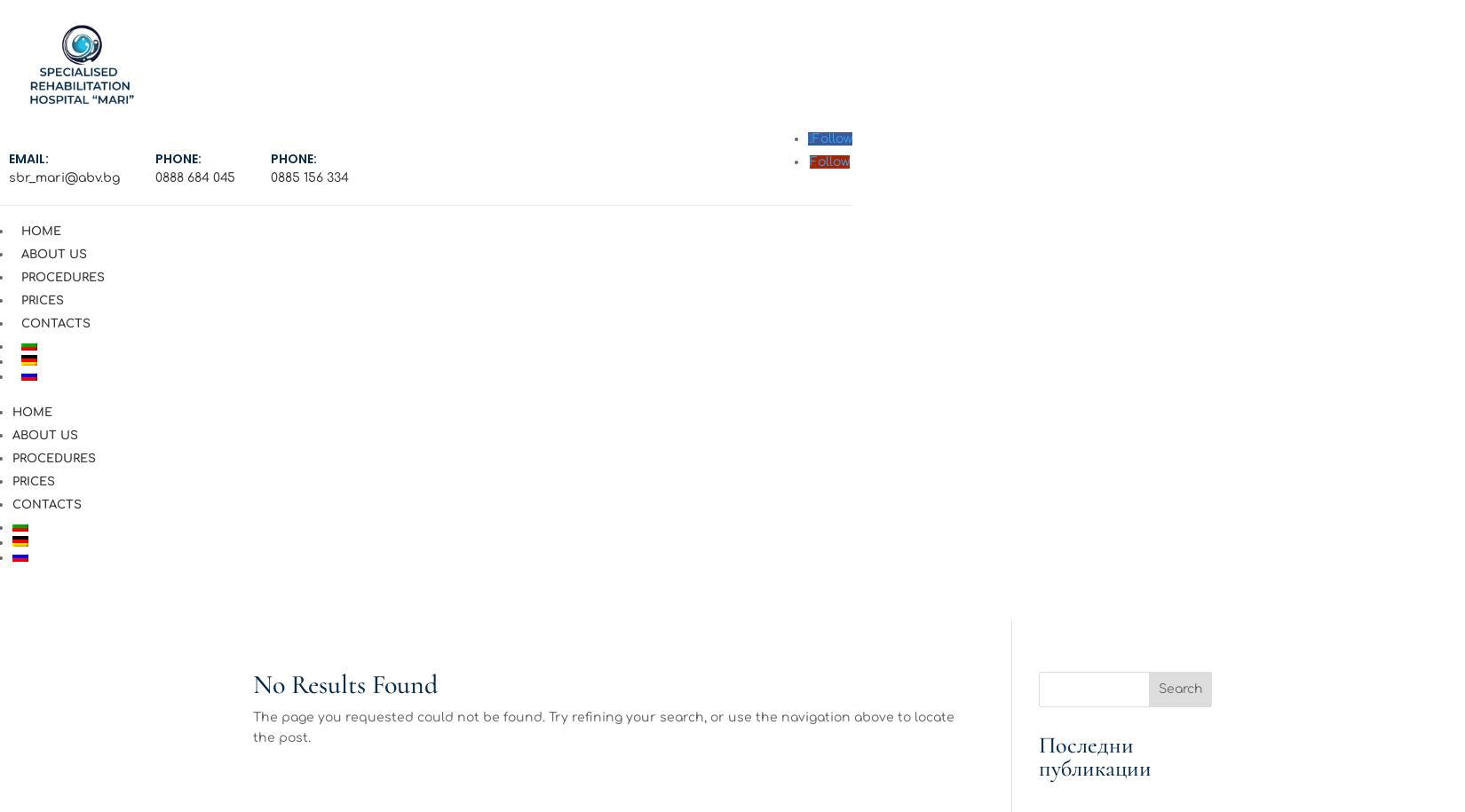  I want to click on 'The page you requested could not be found. Try refining your search, or use the navigation above to locate the post.', so click(602, 727).